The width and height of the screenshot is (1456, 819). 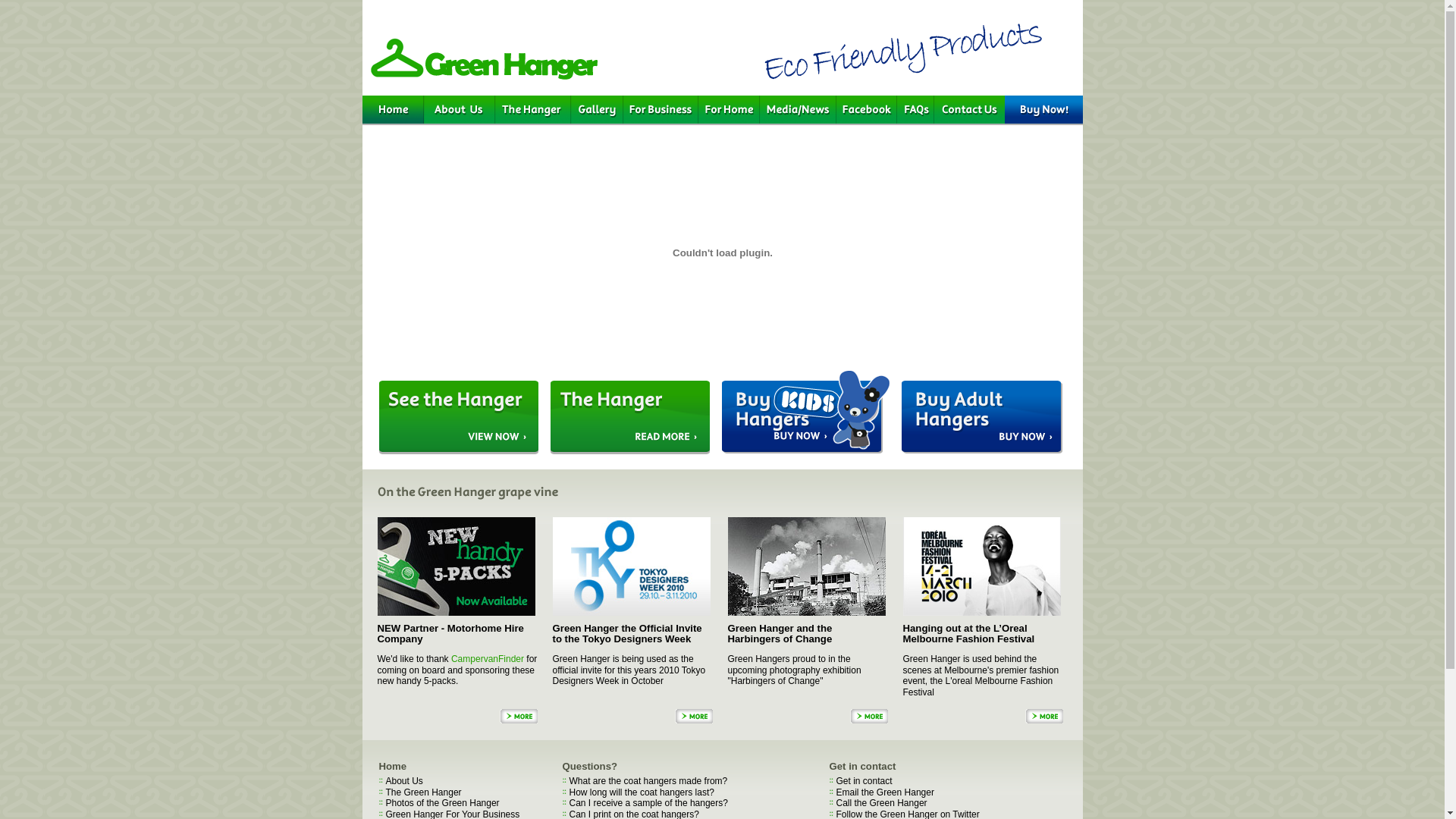 What do you see at coordinates (797, 109) in the screenshot?
I see `'Media/News'` at bounding box center [797, 109].